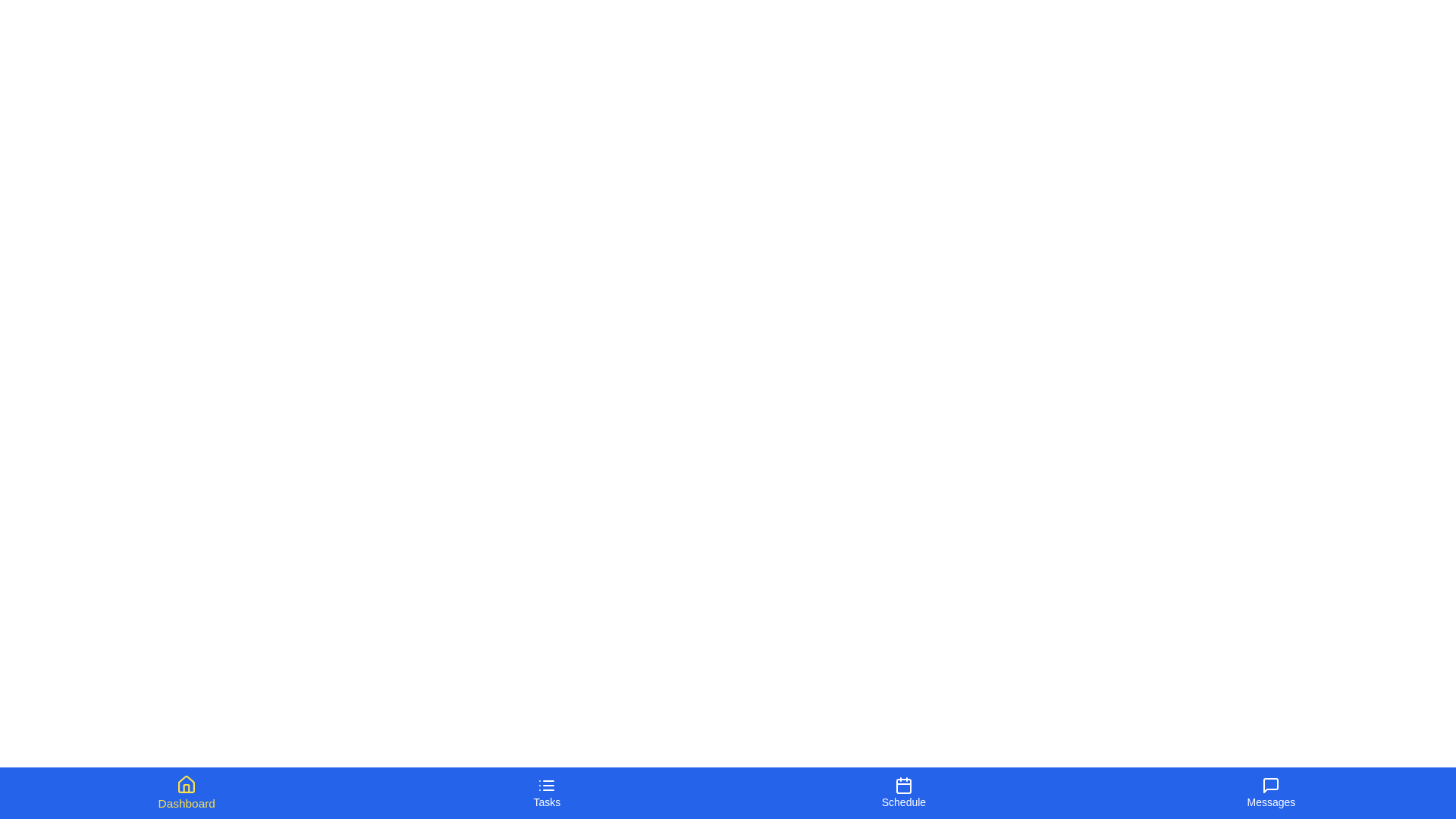 The height and width of the screenshot is (819, 1456). What do you see at coordinates (185, 792) in the screenshot?
I see `the tab labeled Dashboard` at bounding box center [185, 792].